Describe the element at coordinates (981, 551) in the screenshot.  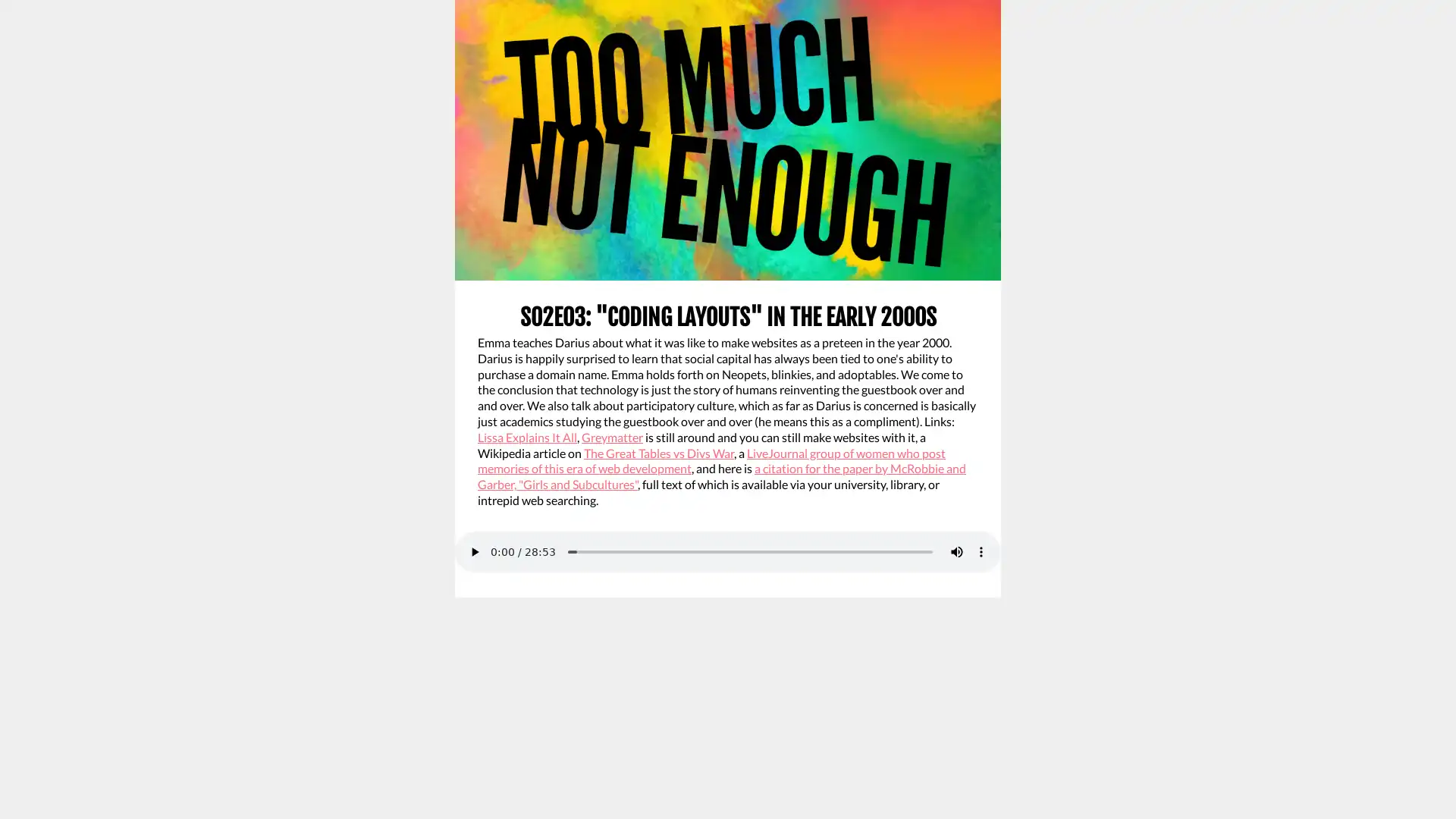
I see `show more media controls` at that location.